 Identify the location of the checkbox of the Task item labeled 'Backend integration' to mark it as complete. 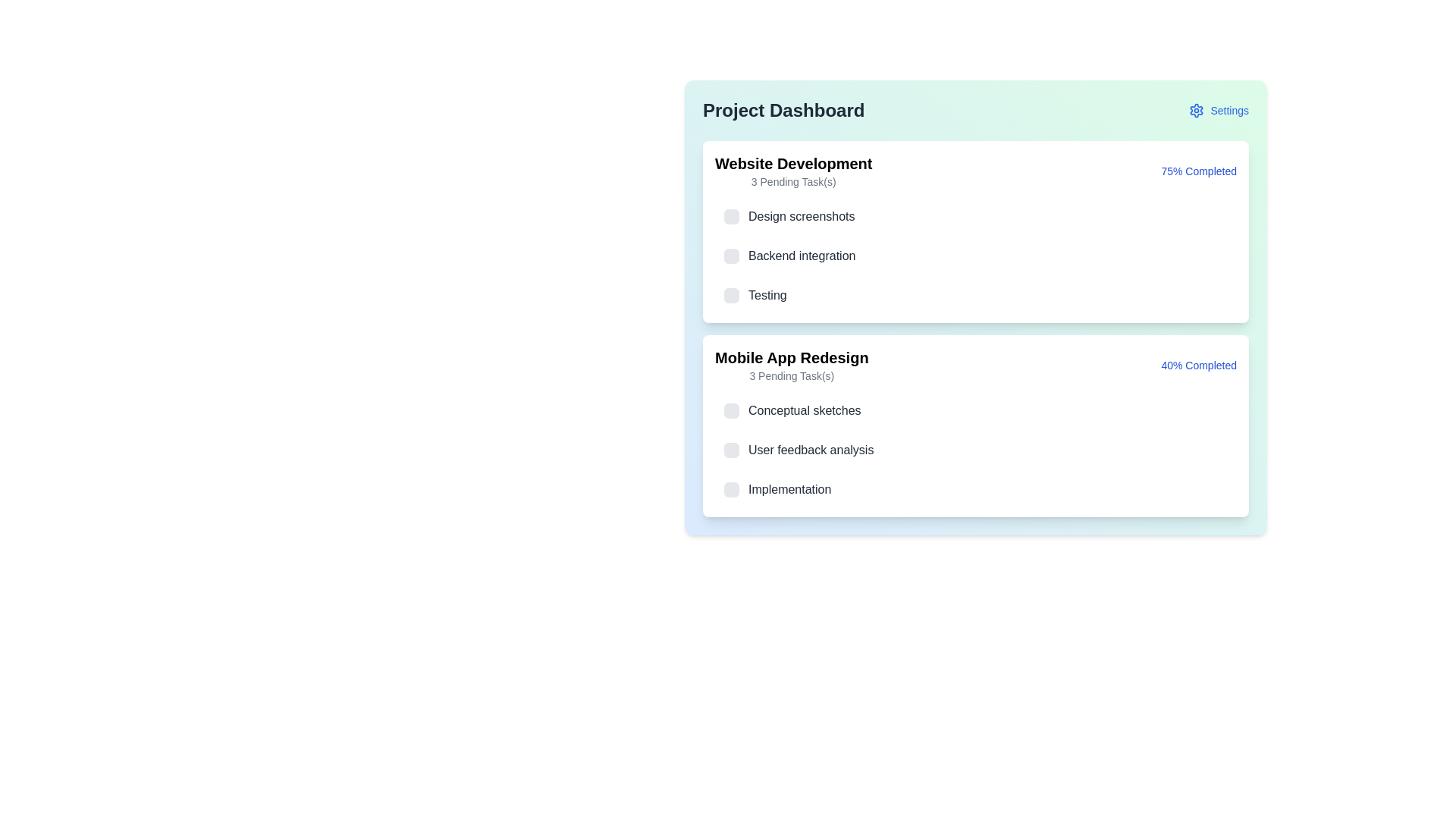
(975, 256).